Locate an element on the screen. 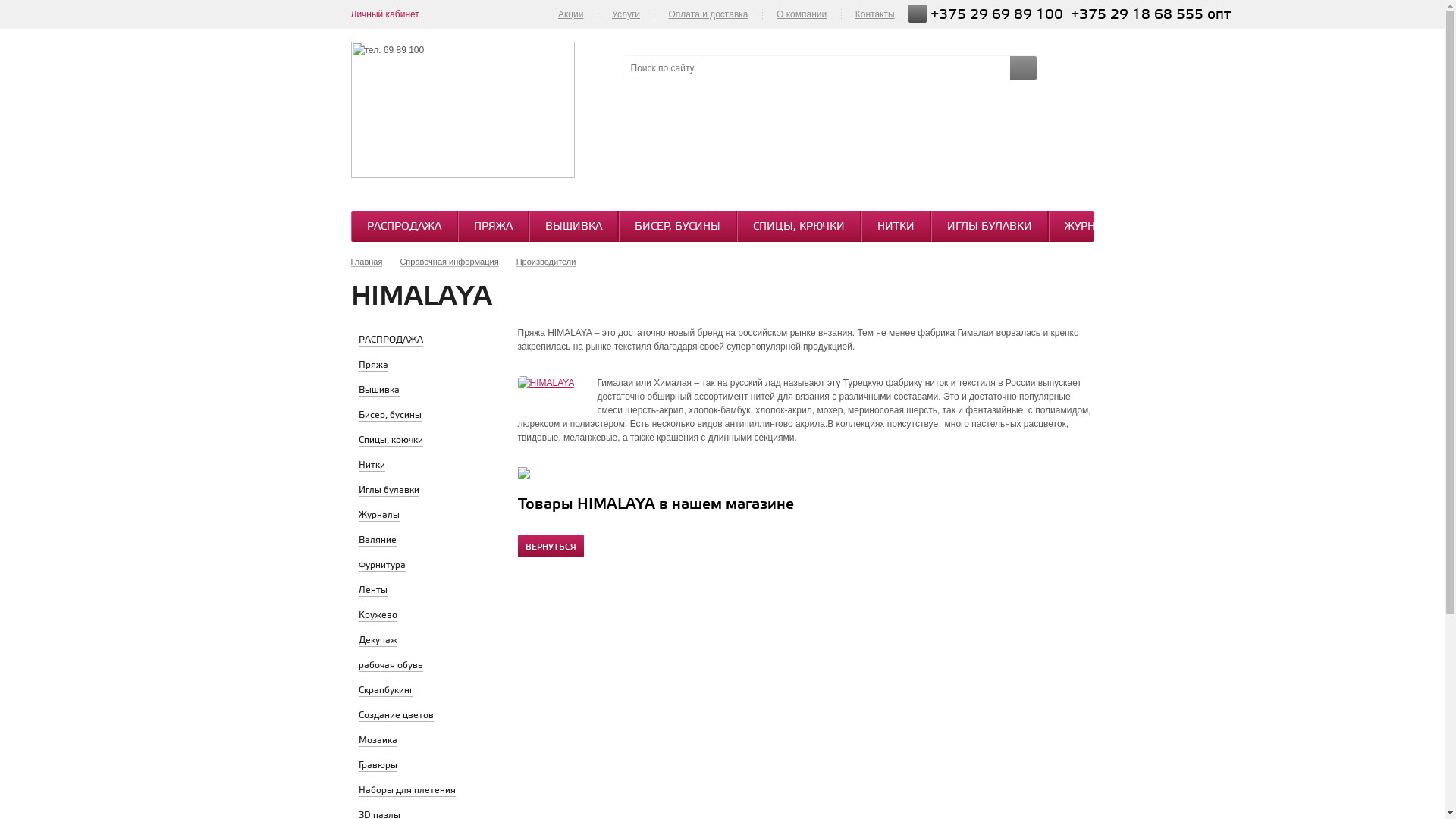 The width and height of the screenshot is (1456, 819). 'HIMALAYA' is located at coordinates (545, 382).